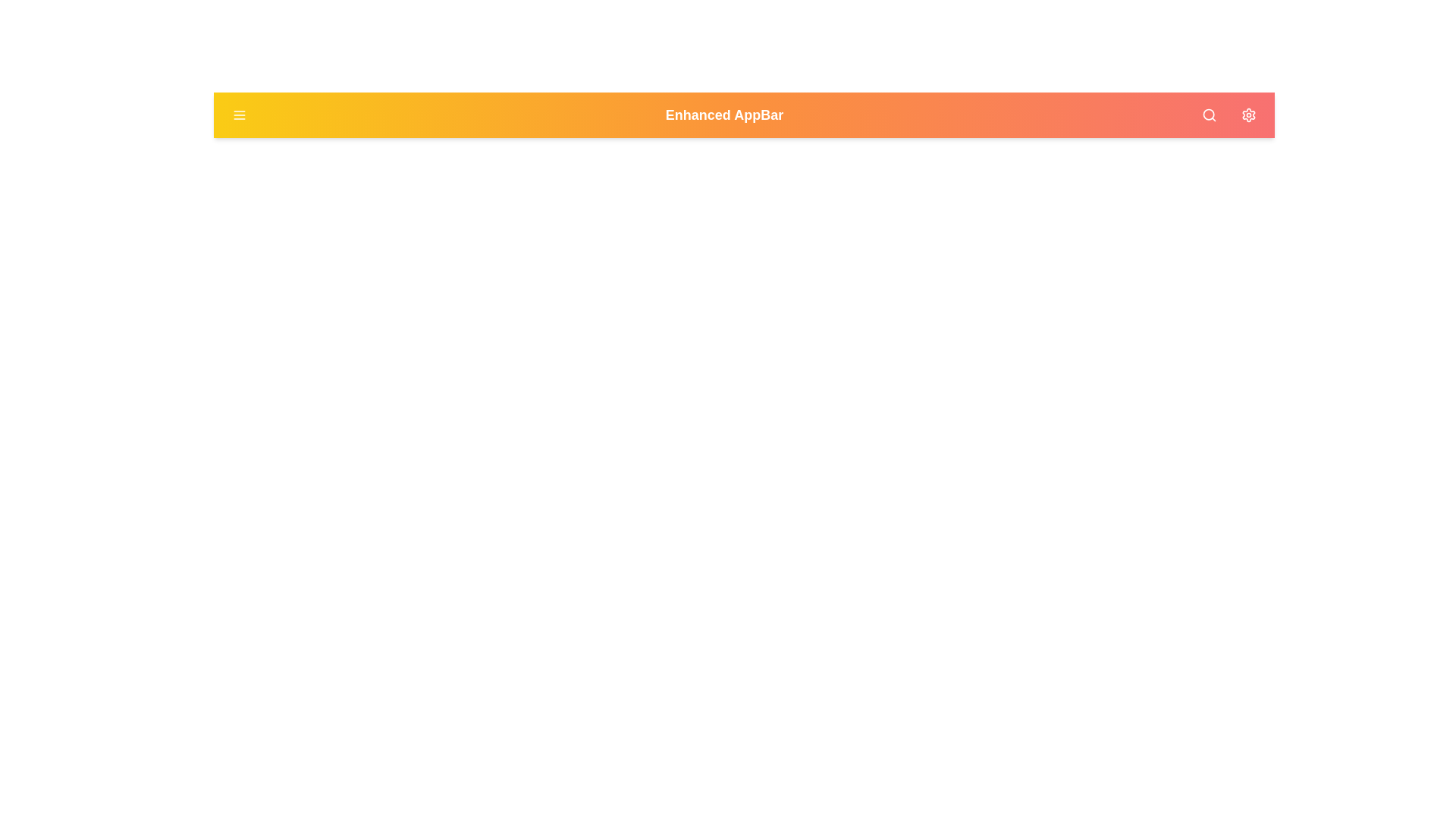  I want to click on the settings button located at the rightmost end of the app bar, so click(1248, 114).